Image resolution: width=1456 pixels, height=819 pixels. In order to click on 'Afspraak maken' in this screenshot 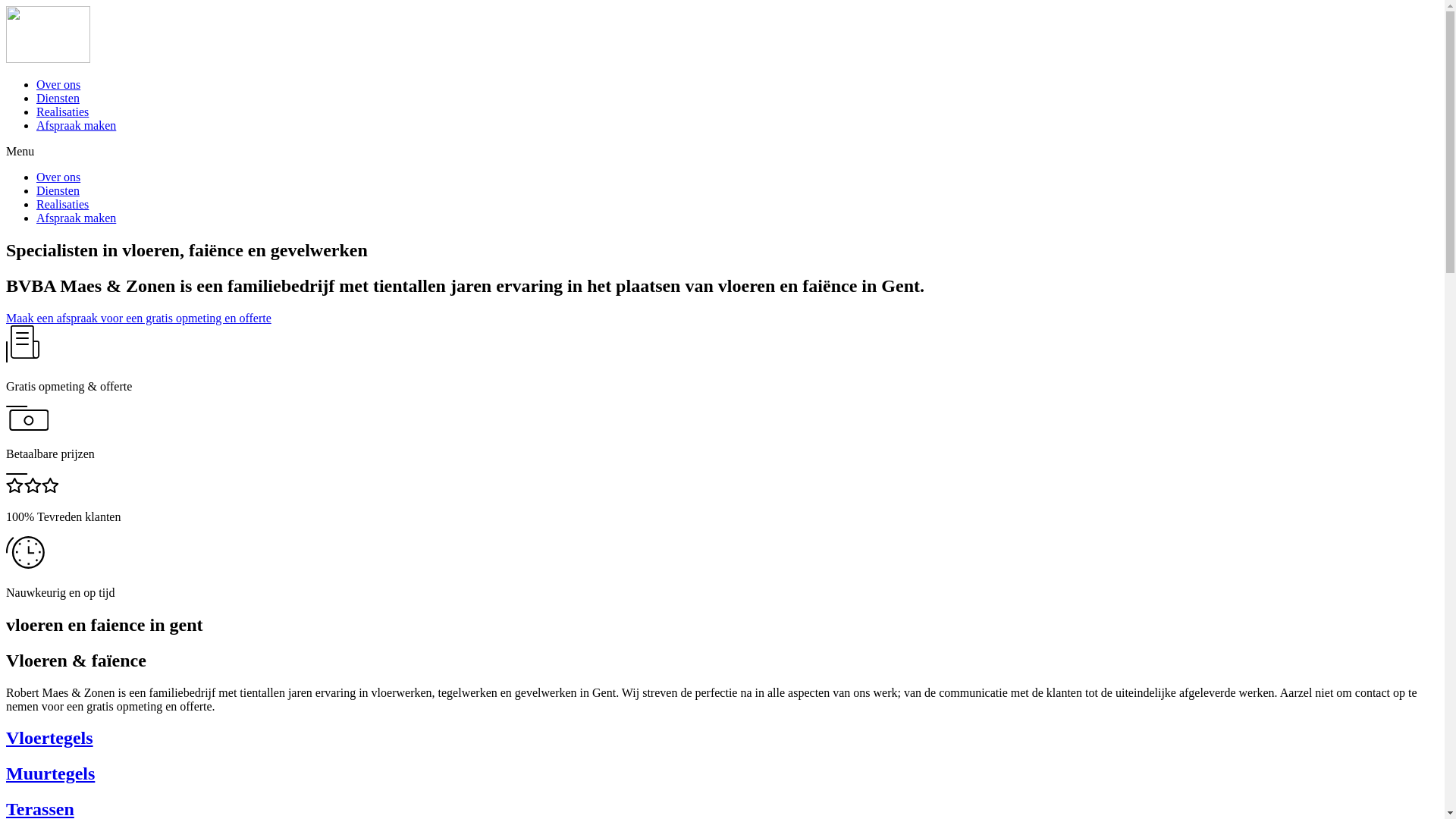, I will do `click(36, 218)`.